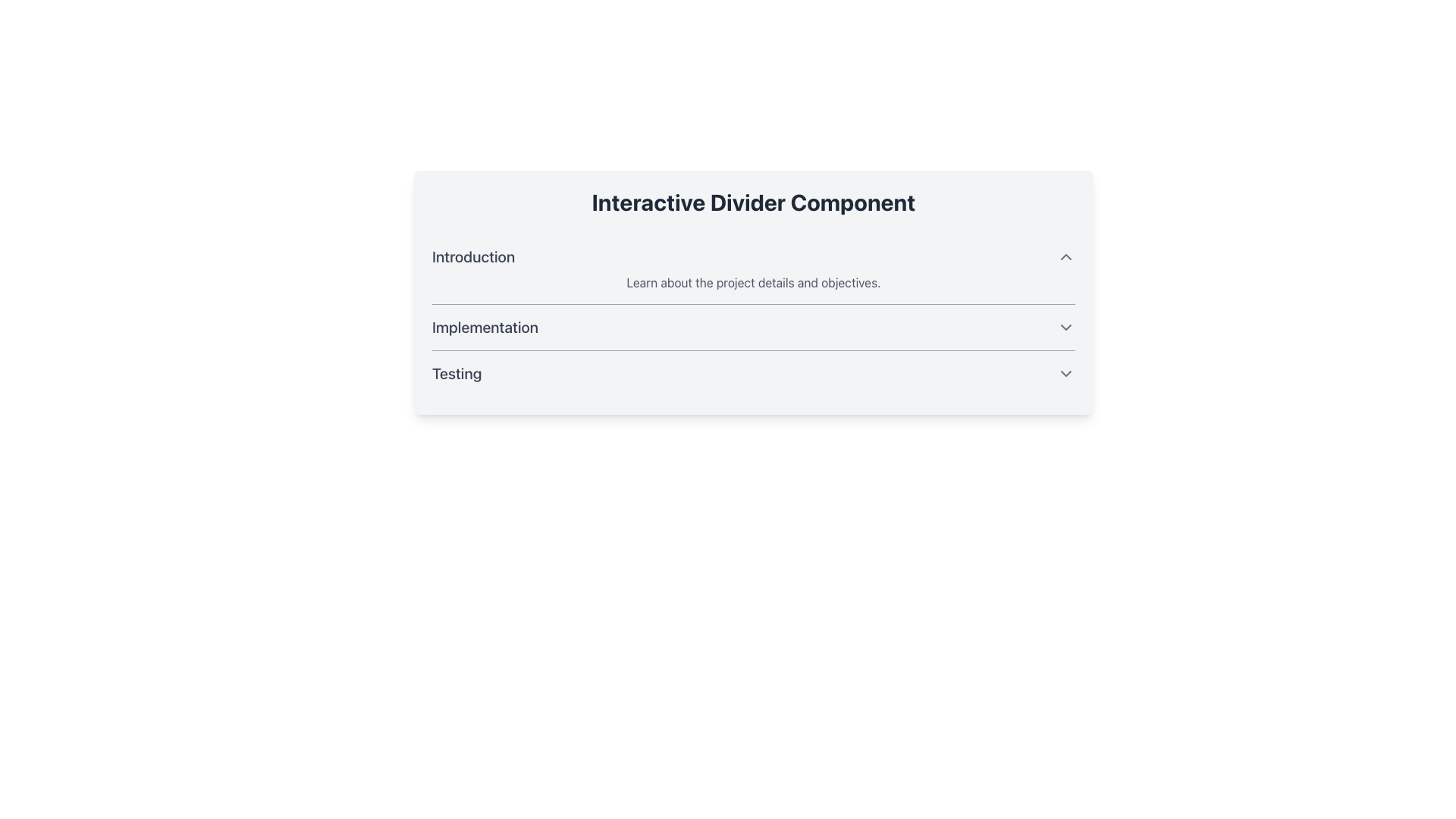 The height and width of the screenshot is (819, 1456). Describe the element at coordinates (753, 283) in the screenshot. I see `the informational Text label located directly below the 'Introduction' header, which provides an overview related to the Introduction section of the interactive divider component` at that location.